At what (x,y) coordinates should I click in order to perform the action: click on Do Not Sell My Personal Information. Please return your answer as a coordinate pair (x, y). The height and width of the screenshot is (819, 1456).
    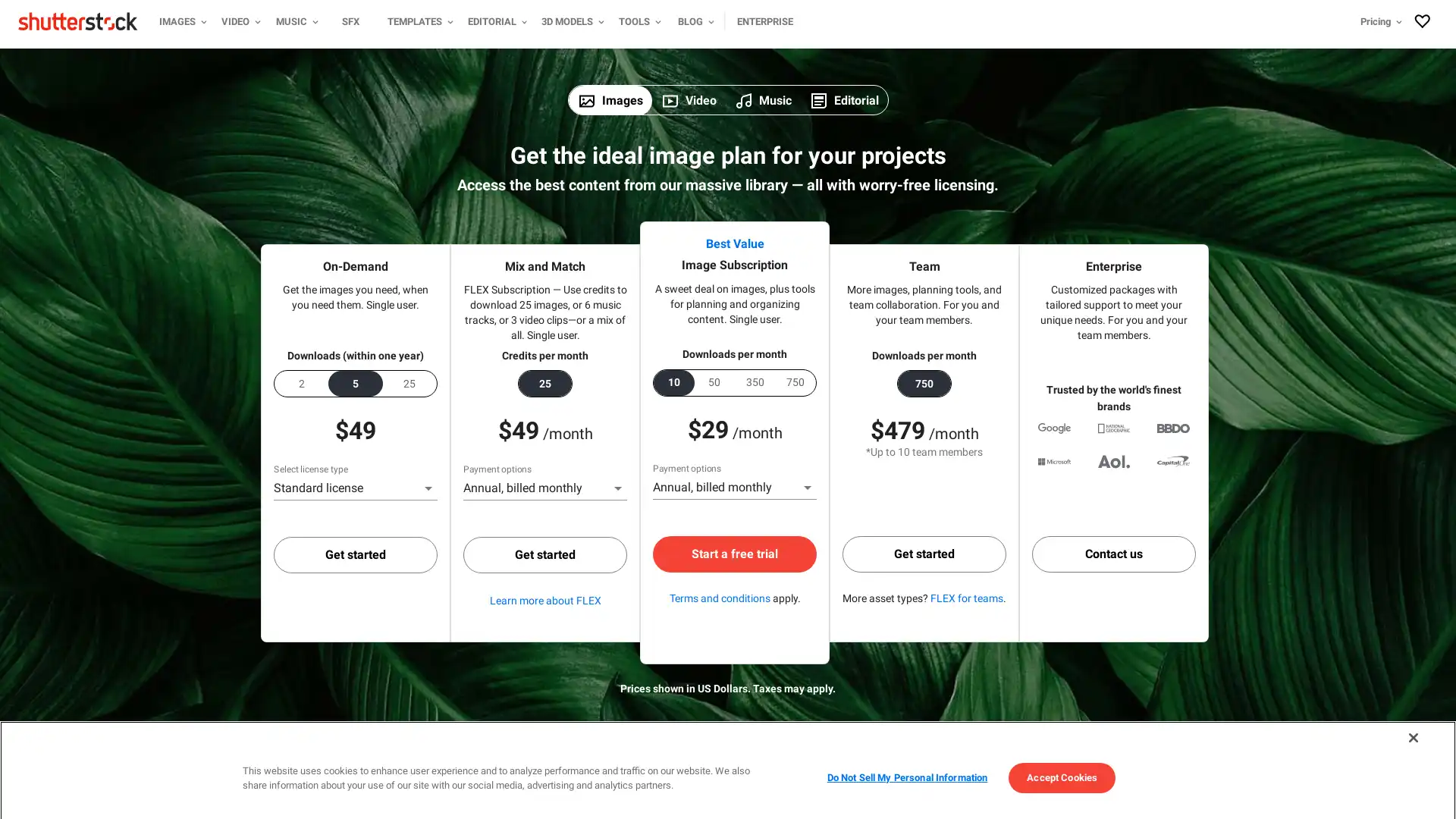
    Looking at the image, I should click on (906, 761).